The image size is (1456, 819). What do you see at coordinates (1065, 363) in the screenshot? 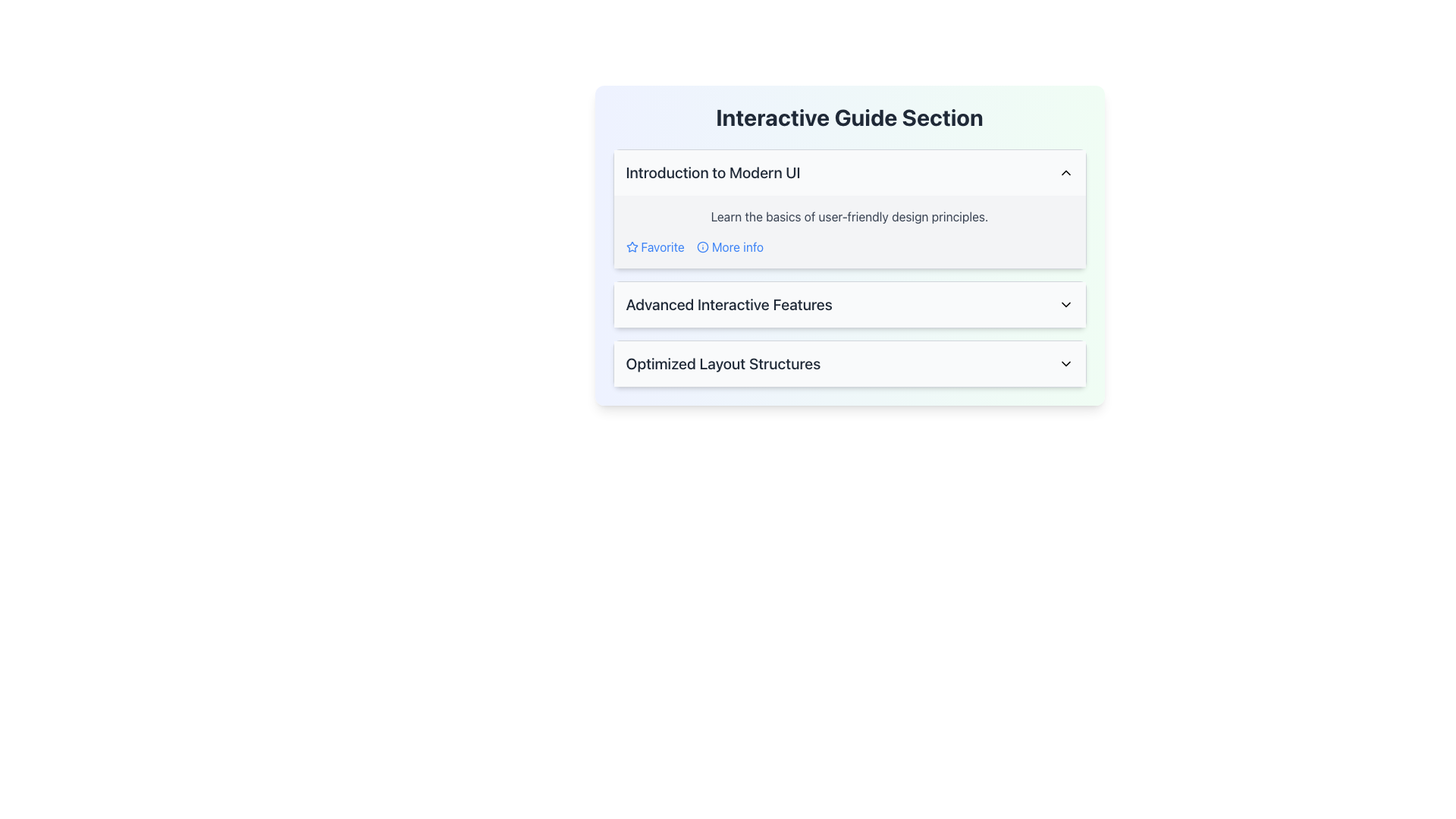
I see `the icon on the far right of the 'Optimized Layout Structures' header bar` at bounding box center [1065, 363].